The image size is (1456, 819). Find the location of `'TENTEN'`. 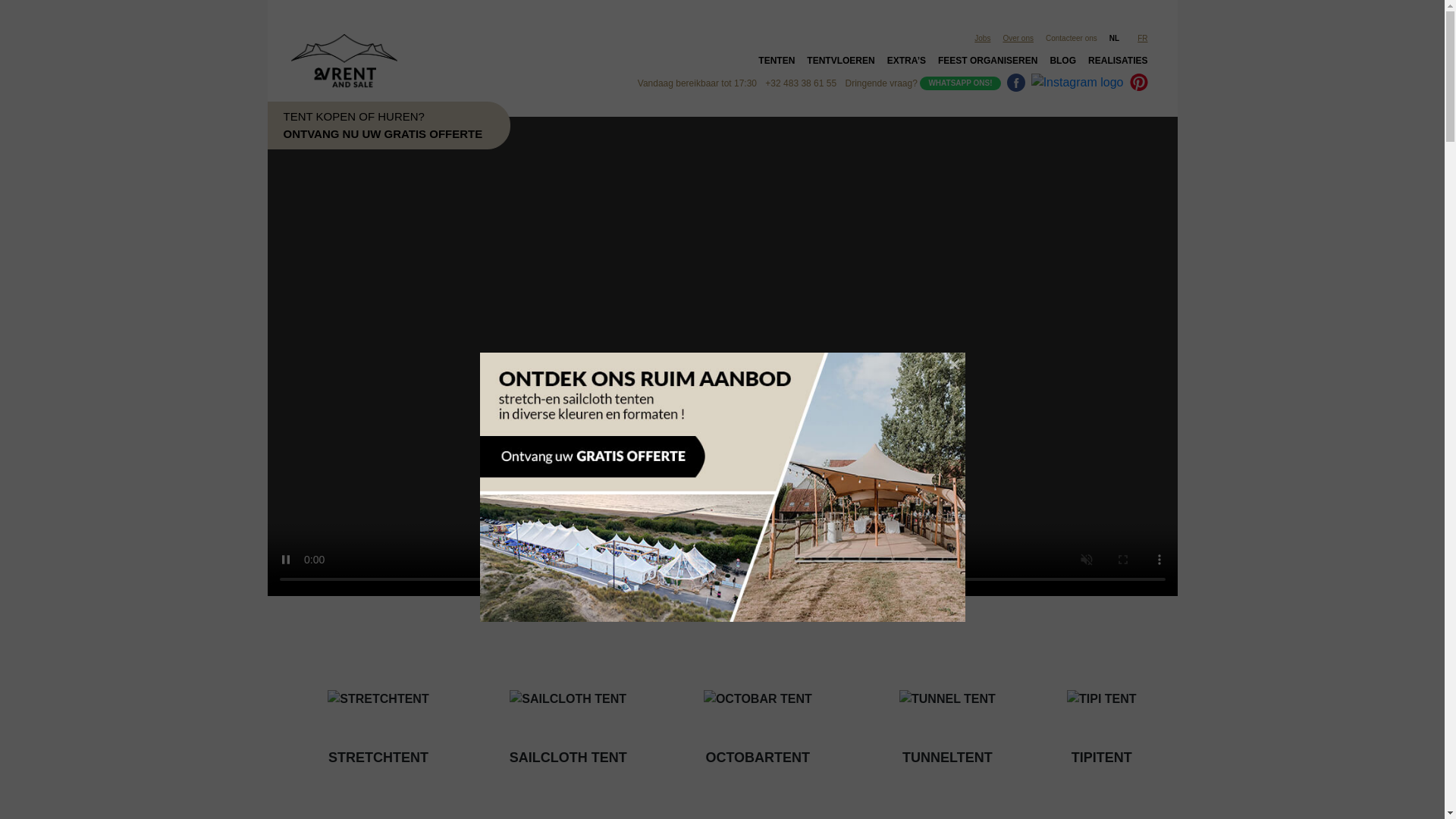

'TENTEN' is located at coordinates (776, 63).